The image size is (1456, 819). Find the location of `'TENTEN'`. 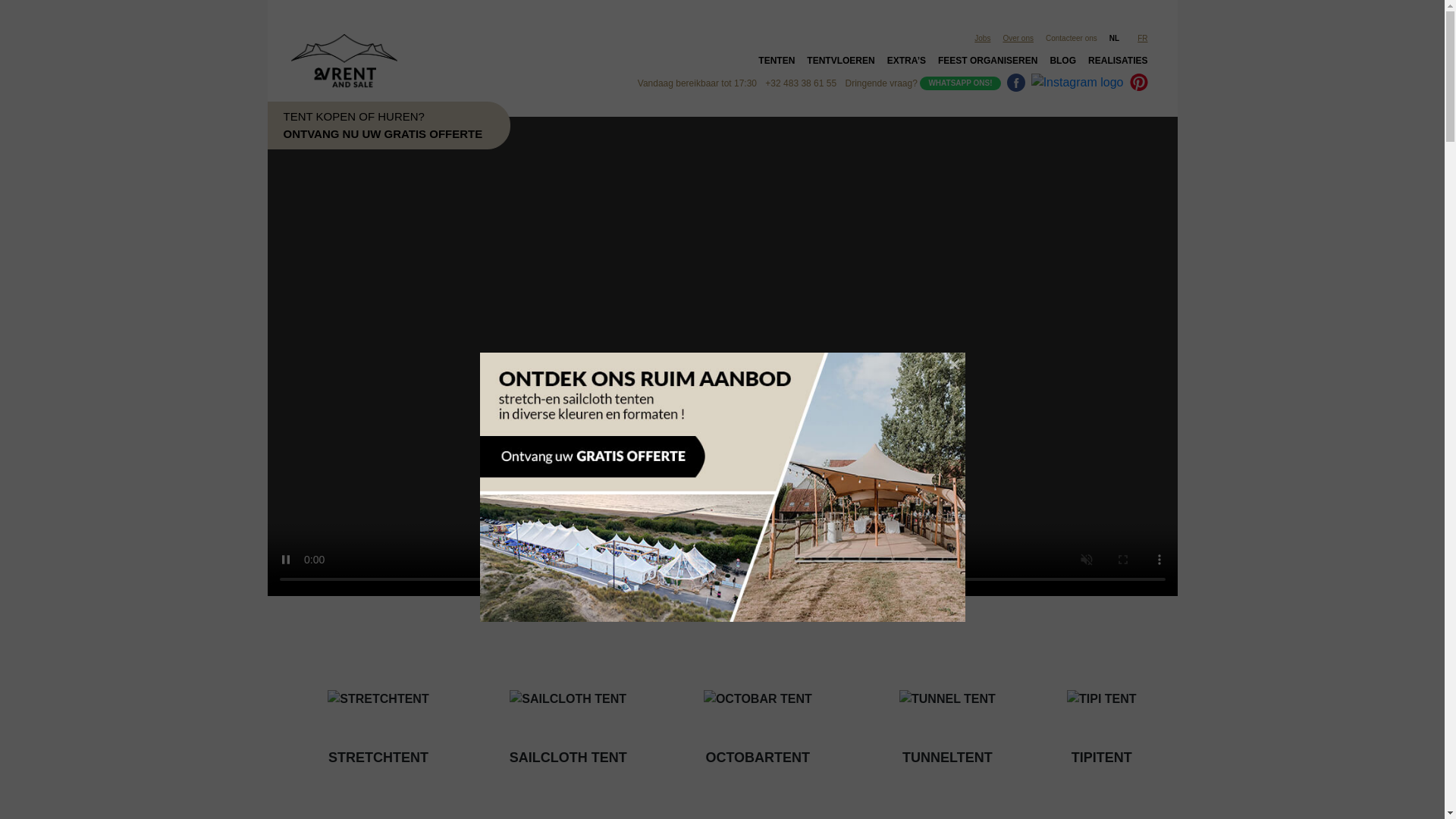

'TENTEN' is located at coordinates (776, 63).